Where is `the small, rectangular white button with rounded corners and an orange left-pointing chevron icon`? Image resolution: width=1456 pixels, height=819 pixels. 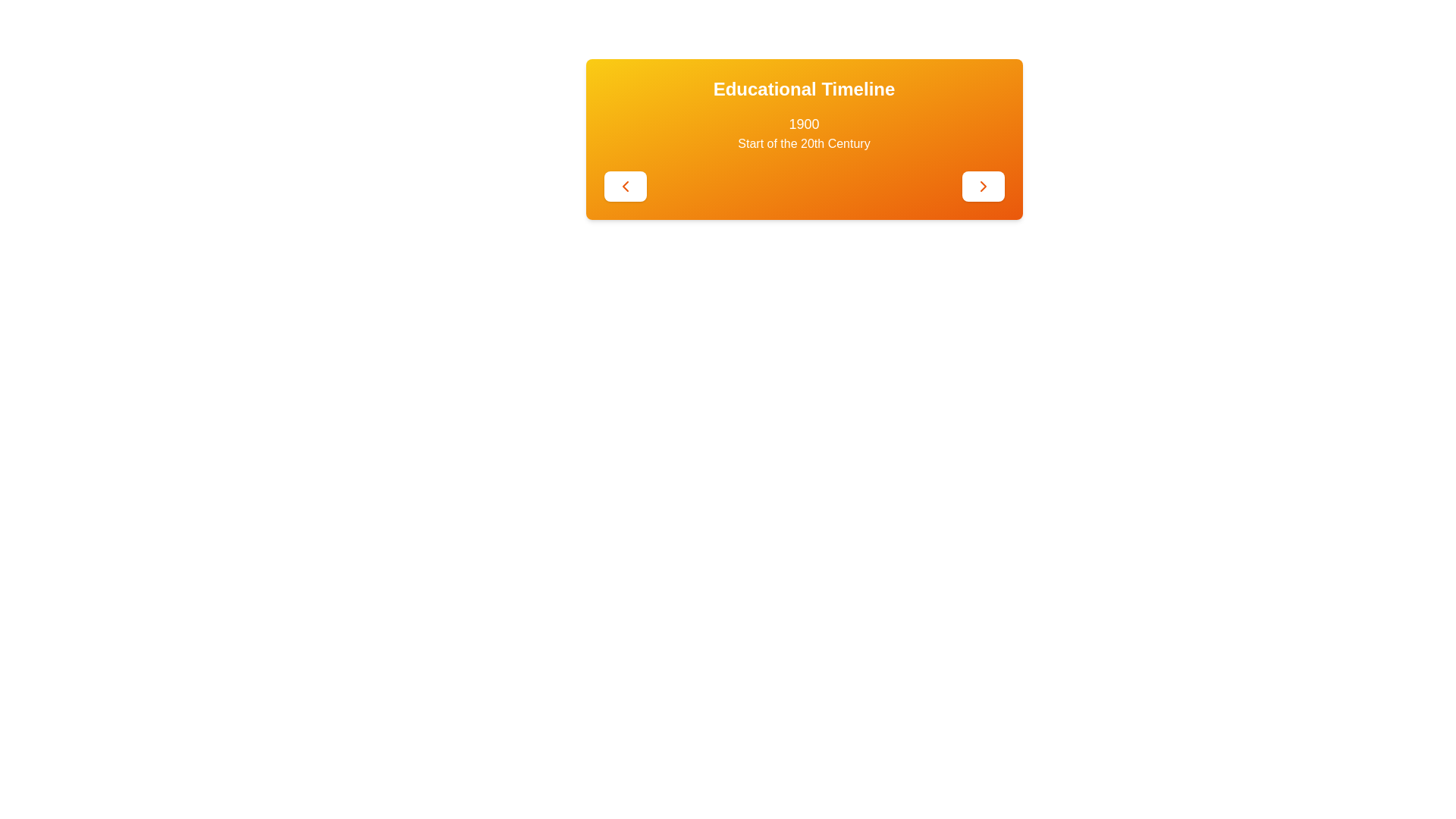 the small, rectangular white button with rounded corners and an orange left-pointing chevron icon is located at coordinates (625, 186).